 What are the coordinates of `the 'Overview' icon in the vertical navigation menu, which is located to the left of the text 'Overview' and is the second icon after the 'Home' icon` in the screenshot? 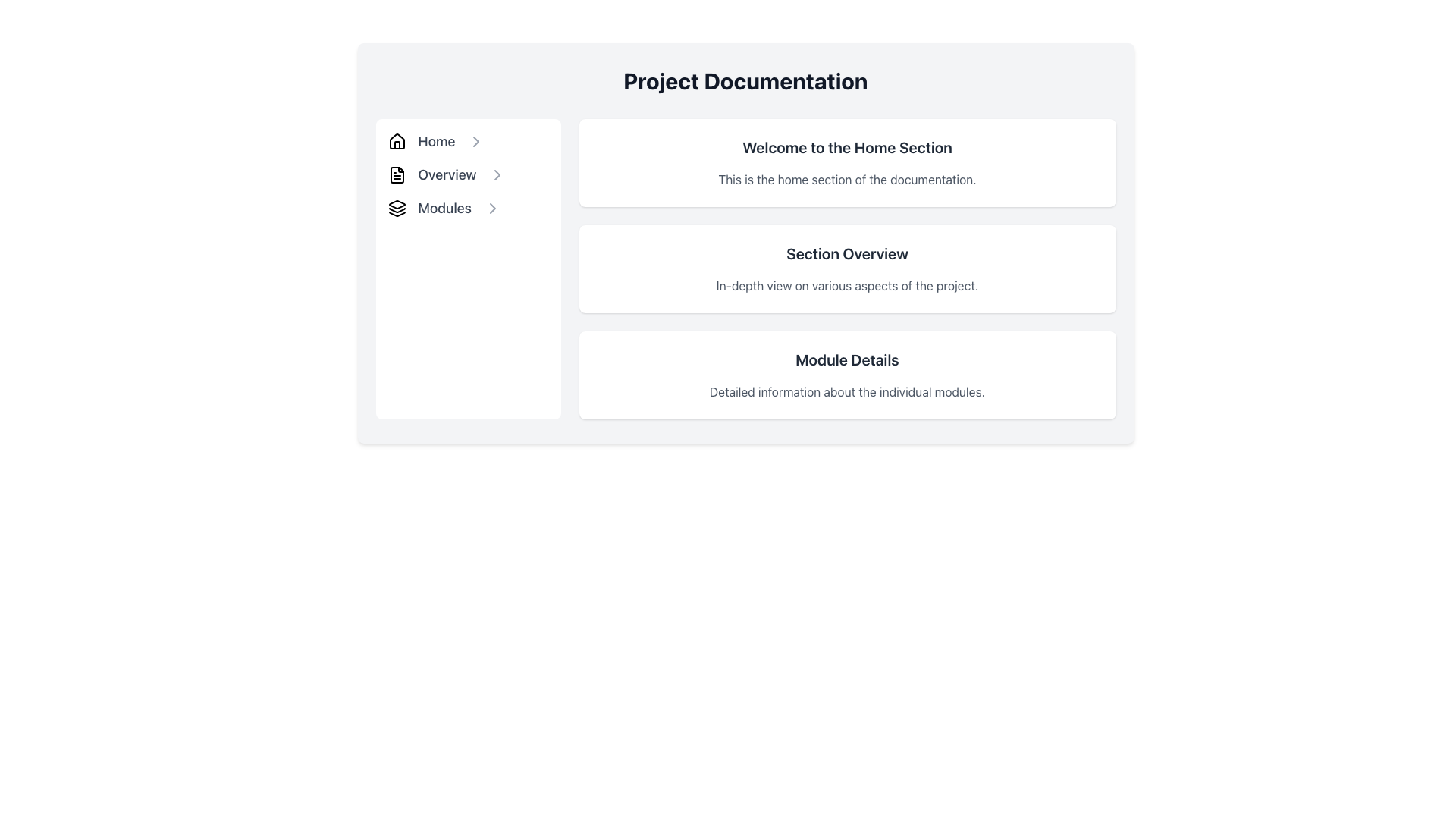 It's located at (397, 174).